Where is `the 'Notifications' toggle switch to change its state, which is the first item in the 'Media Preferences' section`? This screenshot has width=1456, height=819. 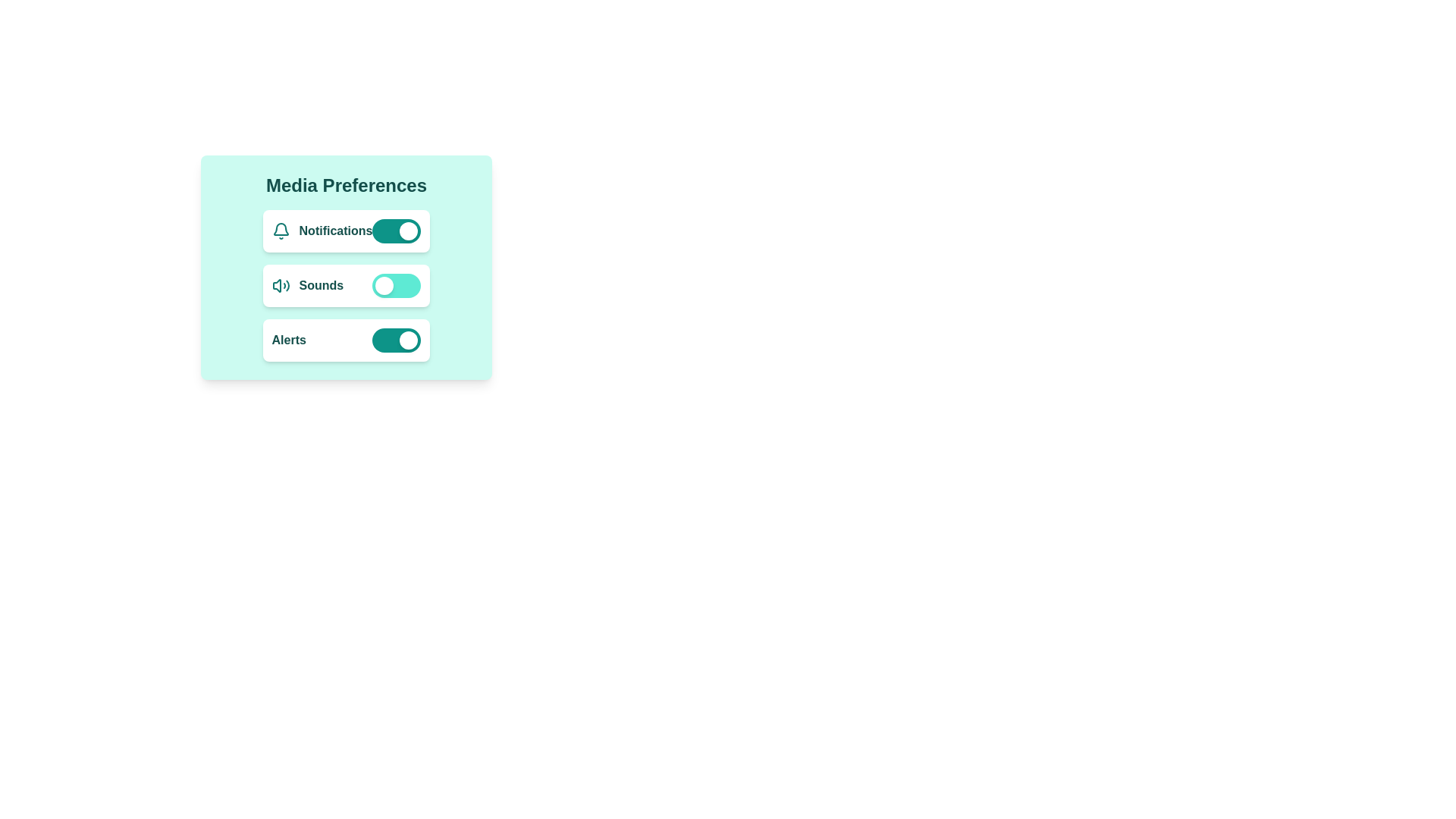
the 'Notifications' toggle switch to change its state, which is the first item in the 'Media Preferences' section is located at coordinates (345, 231).